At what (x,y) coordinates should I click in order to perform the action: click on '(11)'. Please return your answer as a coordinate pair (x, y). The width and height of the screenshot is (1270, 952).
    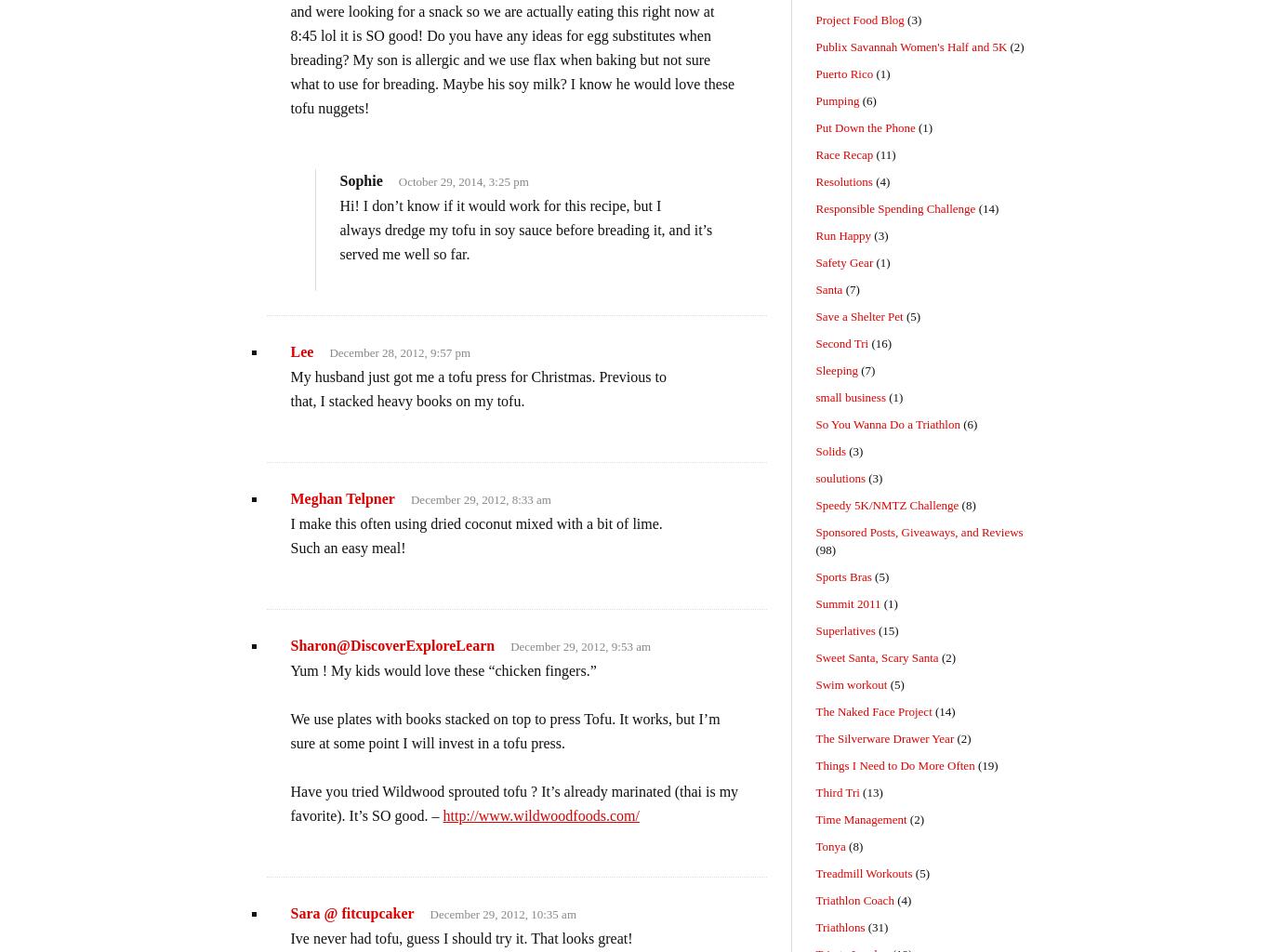
    Looking at the image, I should click on (872, 153).